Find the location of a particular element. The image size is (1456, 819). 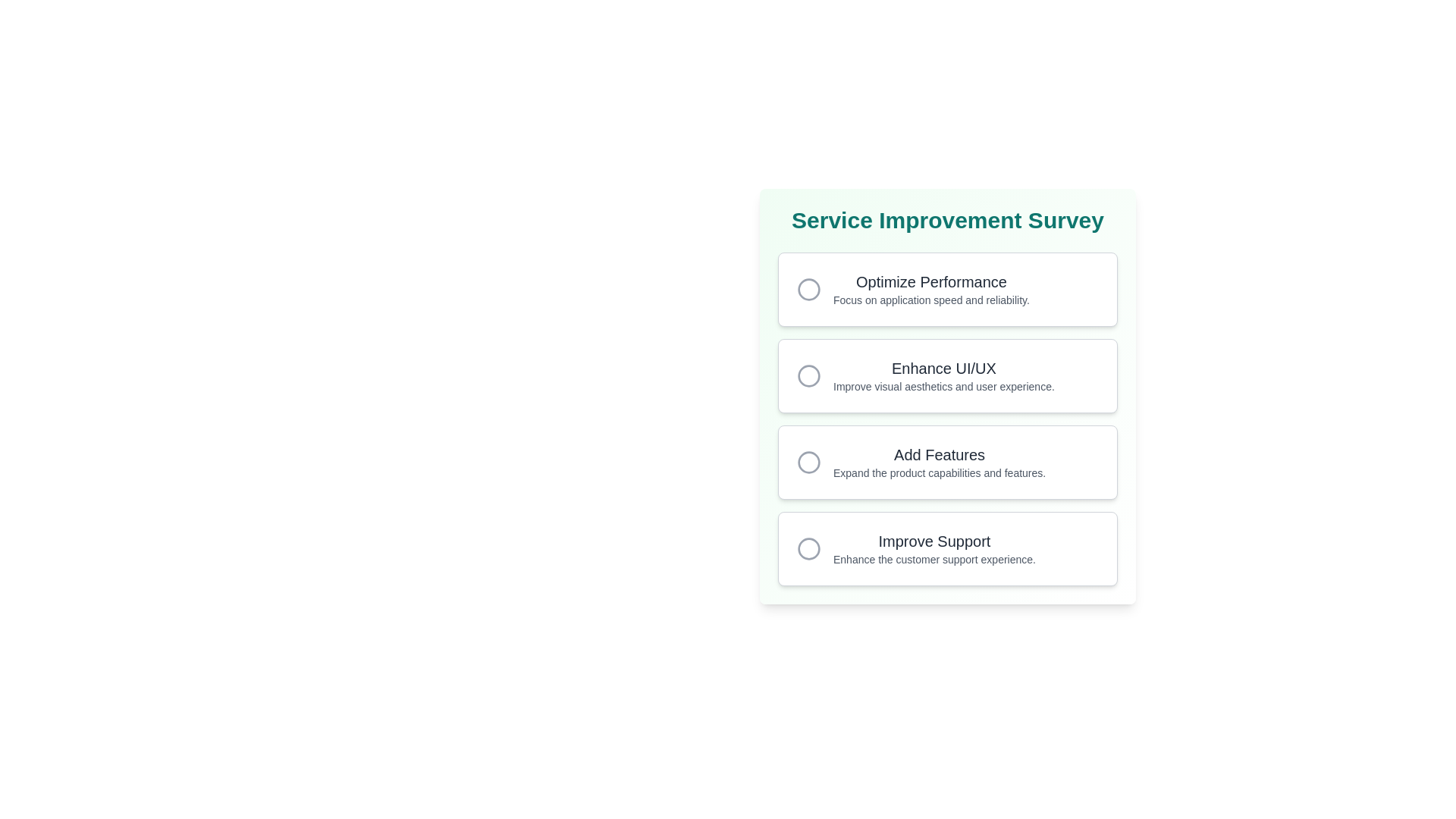

the textual selection option for expanding product capabilities, which is located in the third card of the vertically stacked options is located at coordinates (939, 461).